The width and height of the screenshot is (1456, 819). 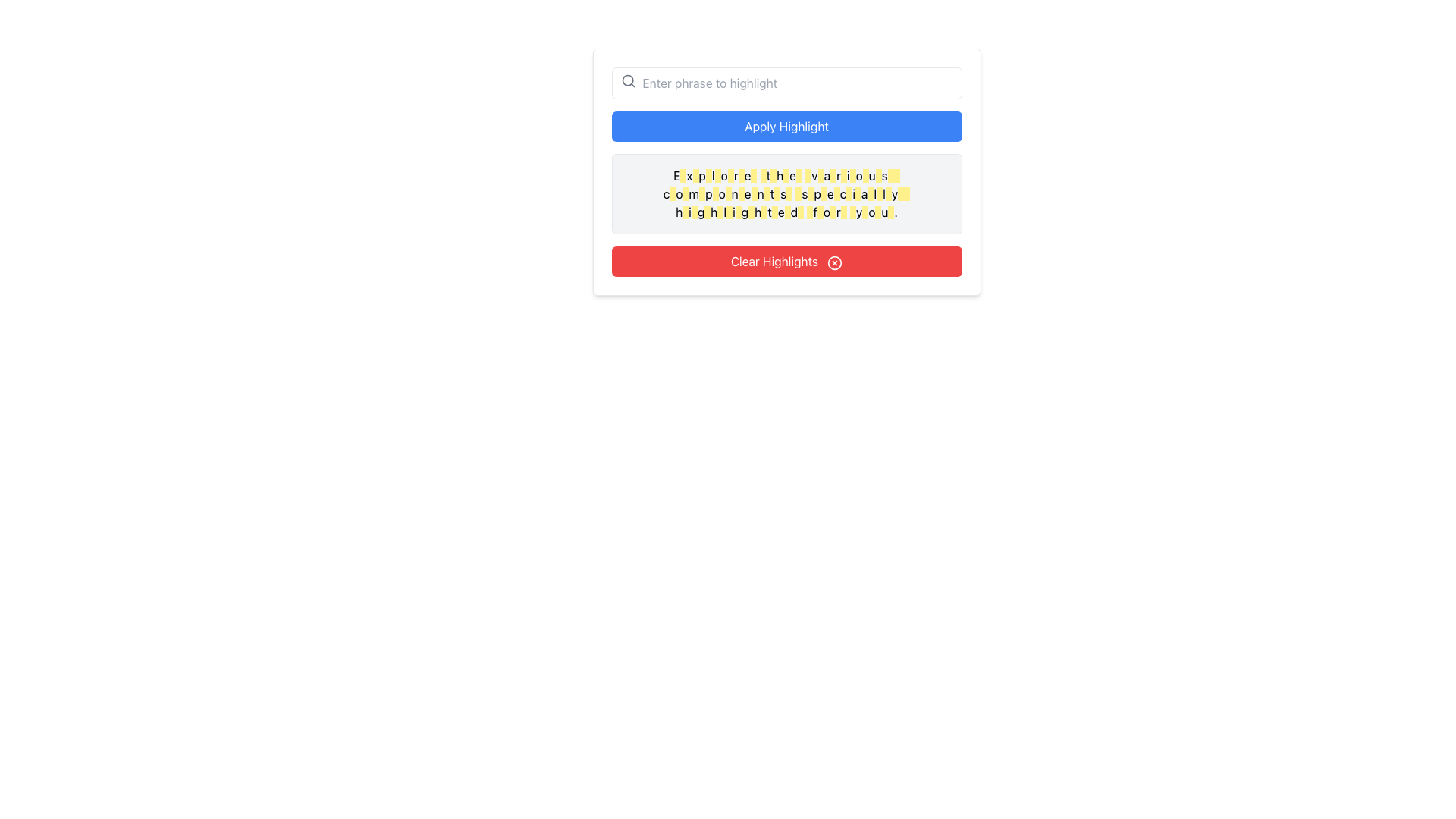 I want to click on the 13th small square yellow-highlighted area within the paragraph displaying 'Explore the various components specially highlighted for you.', so click(x=809, y=212).